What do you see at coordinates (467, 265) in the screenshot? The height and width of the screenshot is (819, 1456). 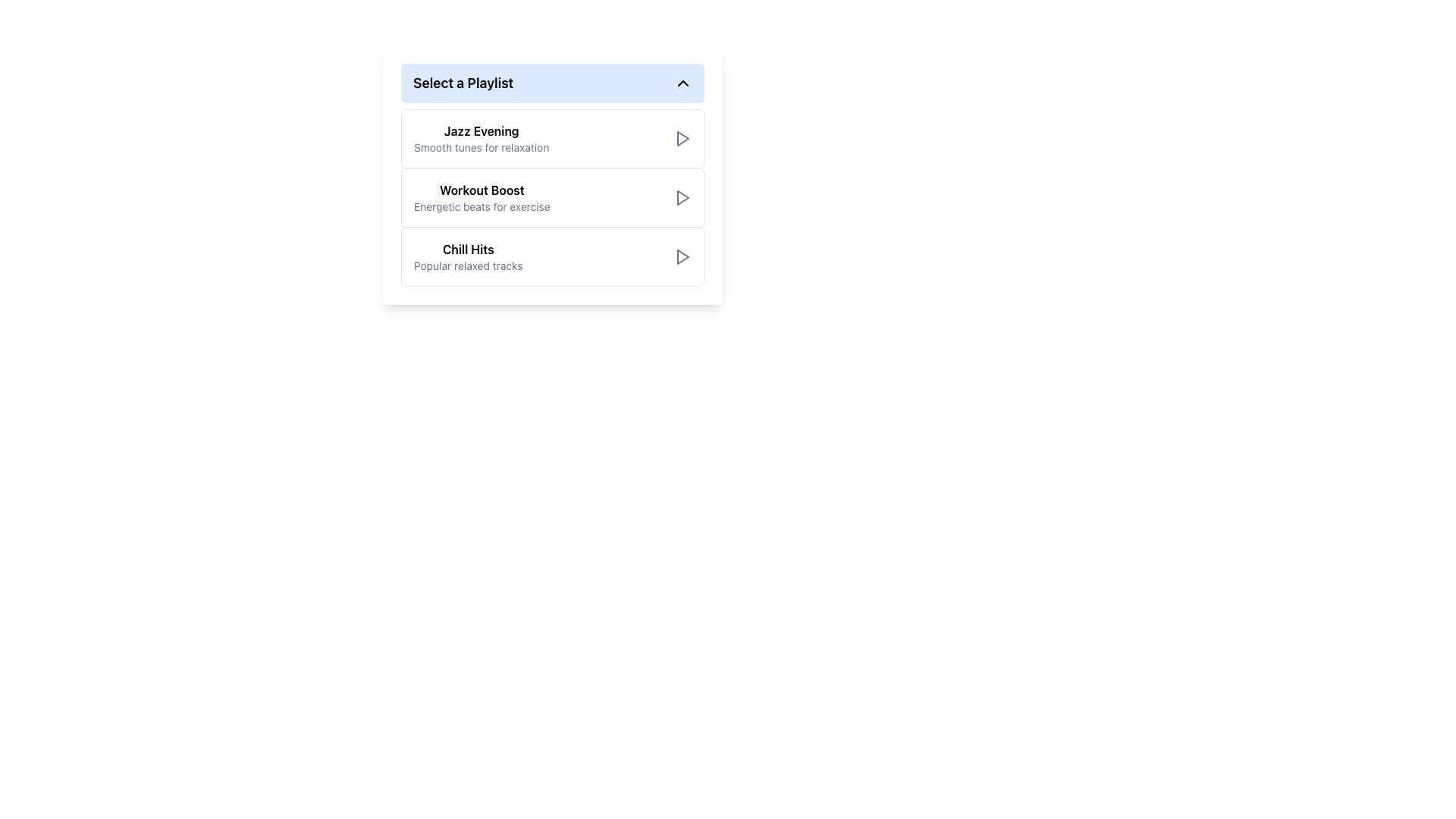 I see `descriptive information displayed in the text label located directly below the 'Chill Hits' label, which serves as its subtitle` at bounding box center [467, 265].